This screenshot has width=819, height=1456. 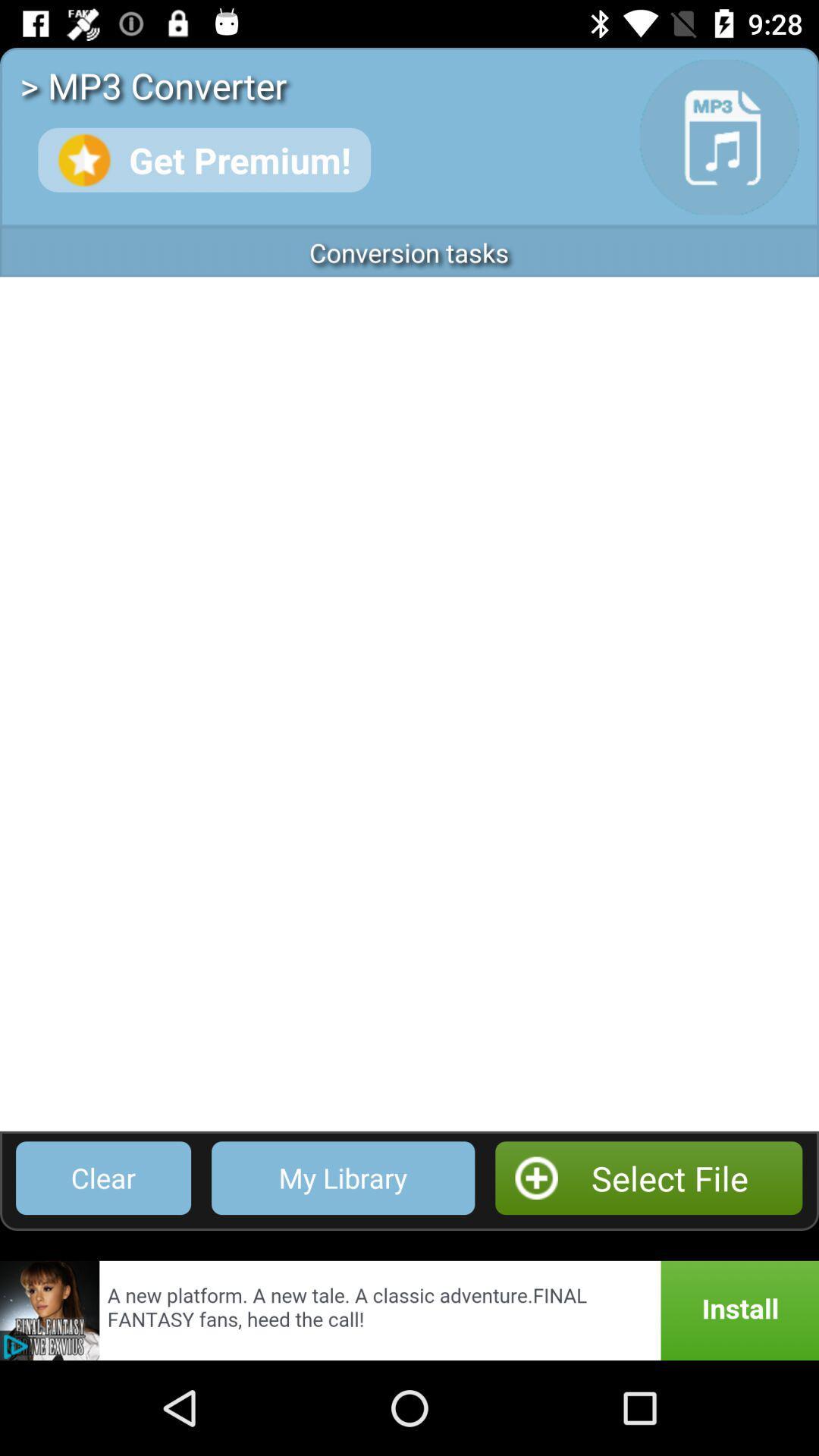 What do you see at coordinates (343, 1177) in the screenshot?
I see `my library` at bounding box center [343, 1177].